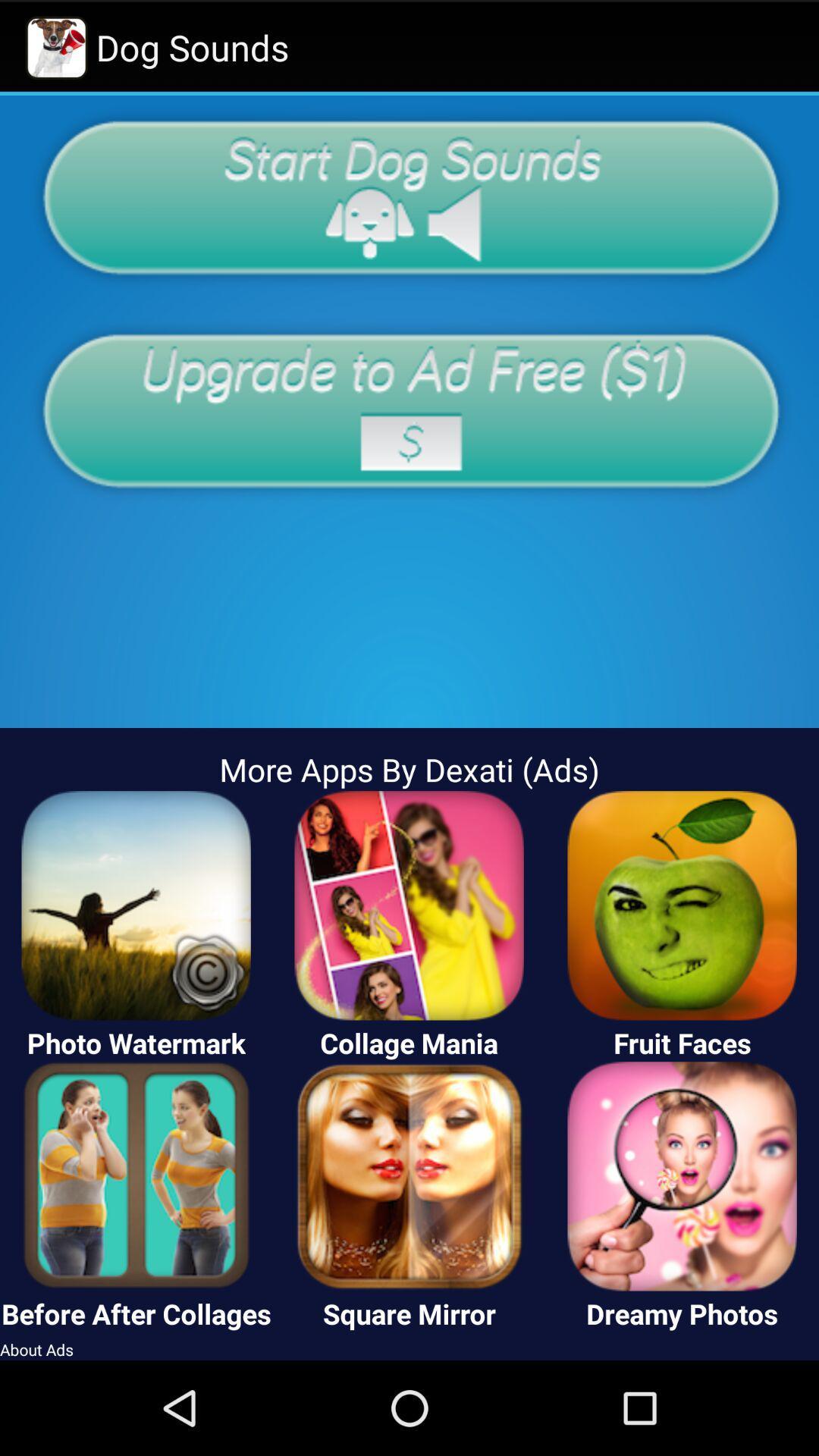  Describe the element at coordinates (409, 410) in the screenshot. I see `upgrade app` at that location.